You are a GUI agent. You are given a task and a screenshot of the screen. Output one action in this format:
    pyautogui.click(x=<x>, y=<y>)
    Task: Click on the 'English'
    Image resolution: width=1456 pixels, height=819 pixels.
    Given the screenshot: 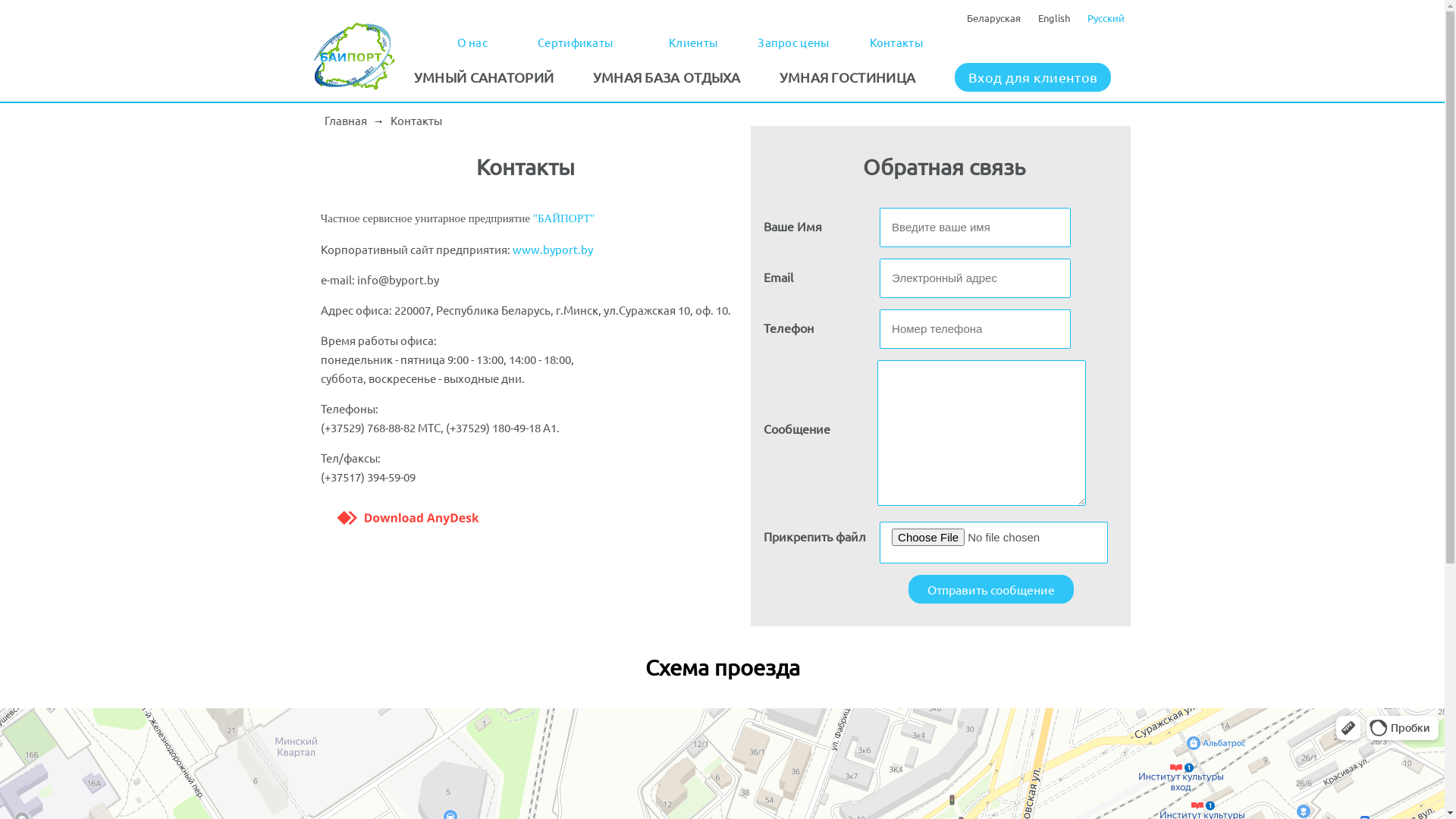 What is the action you would take?
    pyautogui.click(x=1052, y=17)
    